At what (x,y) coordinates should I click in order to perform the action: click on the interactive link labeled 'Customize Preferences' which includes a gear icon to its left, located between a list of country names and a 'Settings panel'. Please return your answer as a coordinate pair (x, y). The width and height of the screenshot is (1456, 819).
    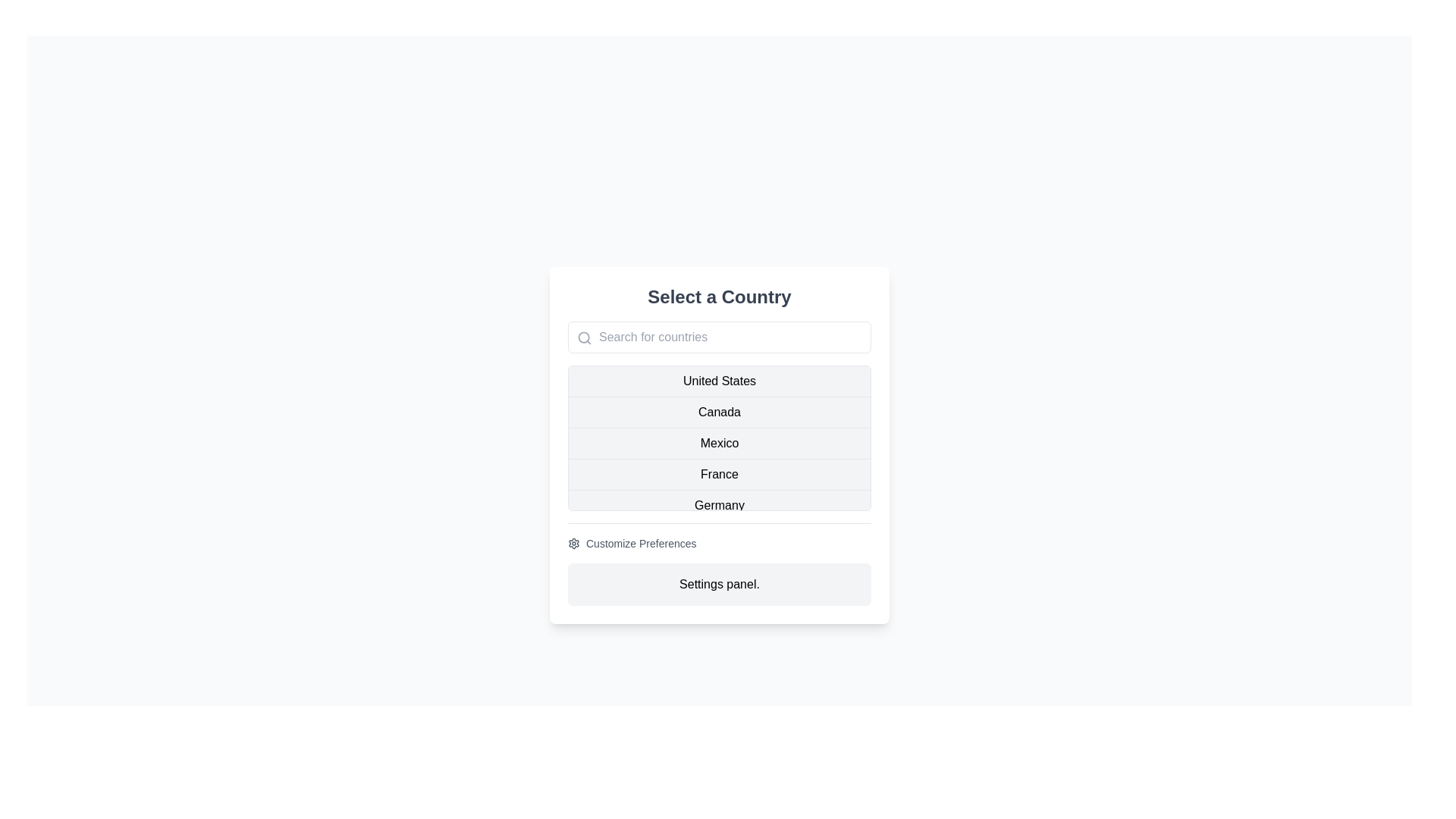
    Looking at the image, I should click on (632, 542).